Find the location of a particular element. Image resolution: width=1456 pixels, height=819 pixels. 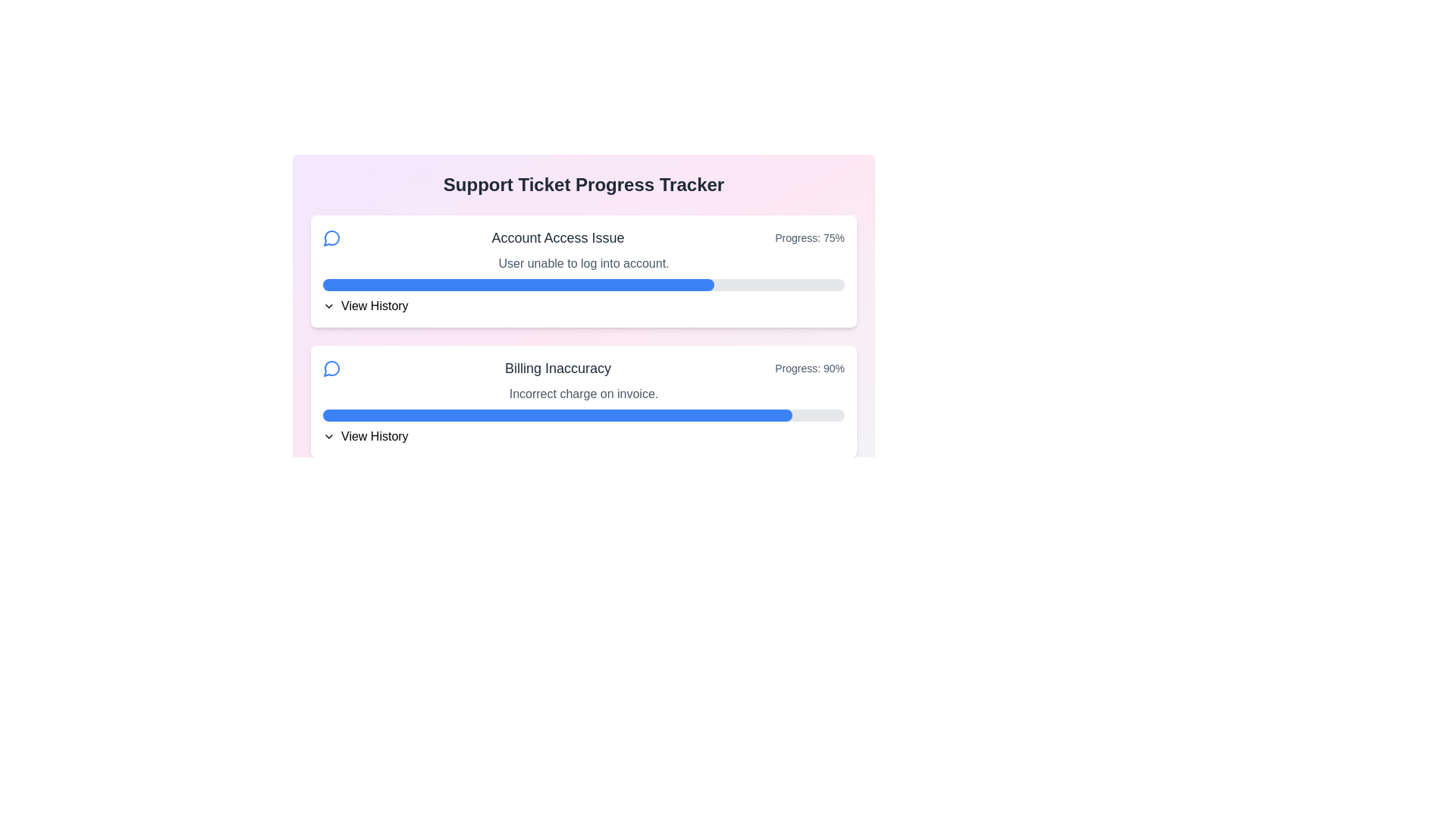

the 'View History' text label located below the progress bar in the 'Billing Inaccuracy' section to initiate viewing the history is located at coordinates (375, 436).